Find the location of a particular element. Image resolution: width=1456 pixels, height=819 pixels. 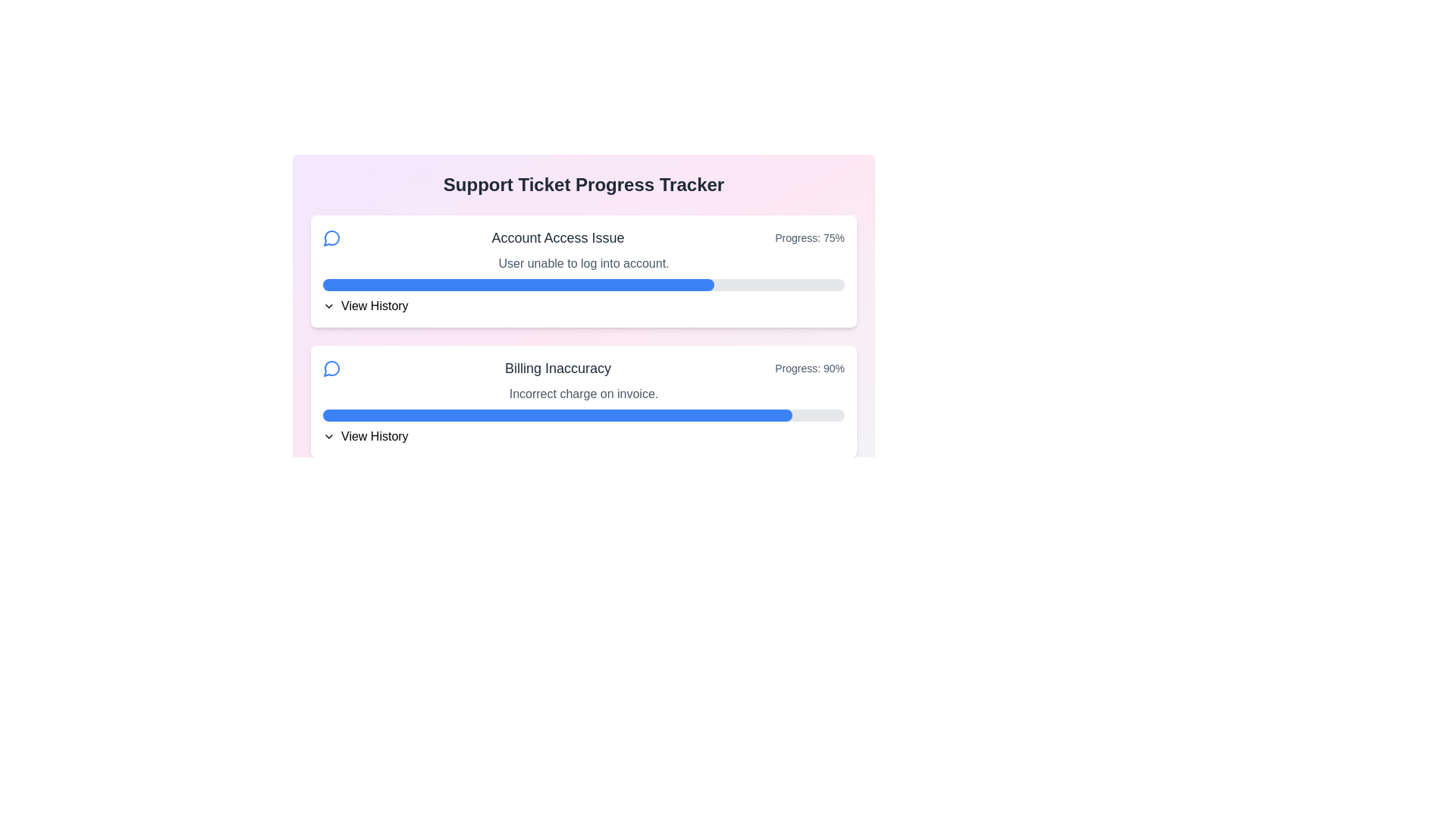

the 'View History' text label located below the progress bar in the 'Billing Inaccuracy' section to initiate viewing the history is located at coordinates (375, 436).